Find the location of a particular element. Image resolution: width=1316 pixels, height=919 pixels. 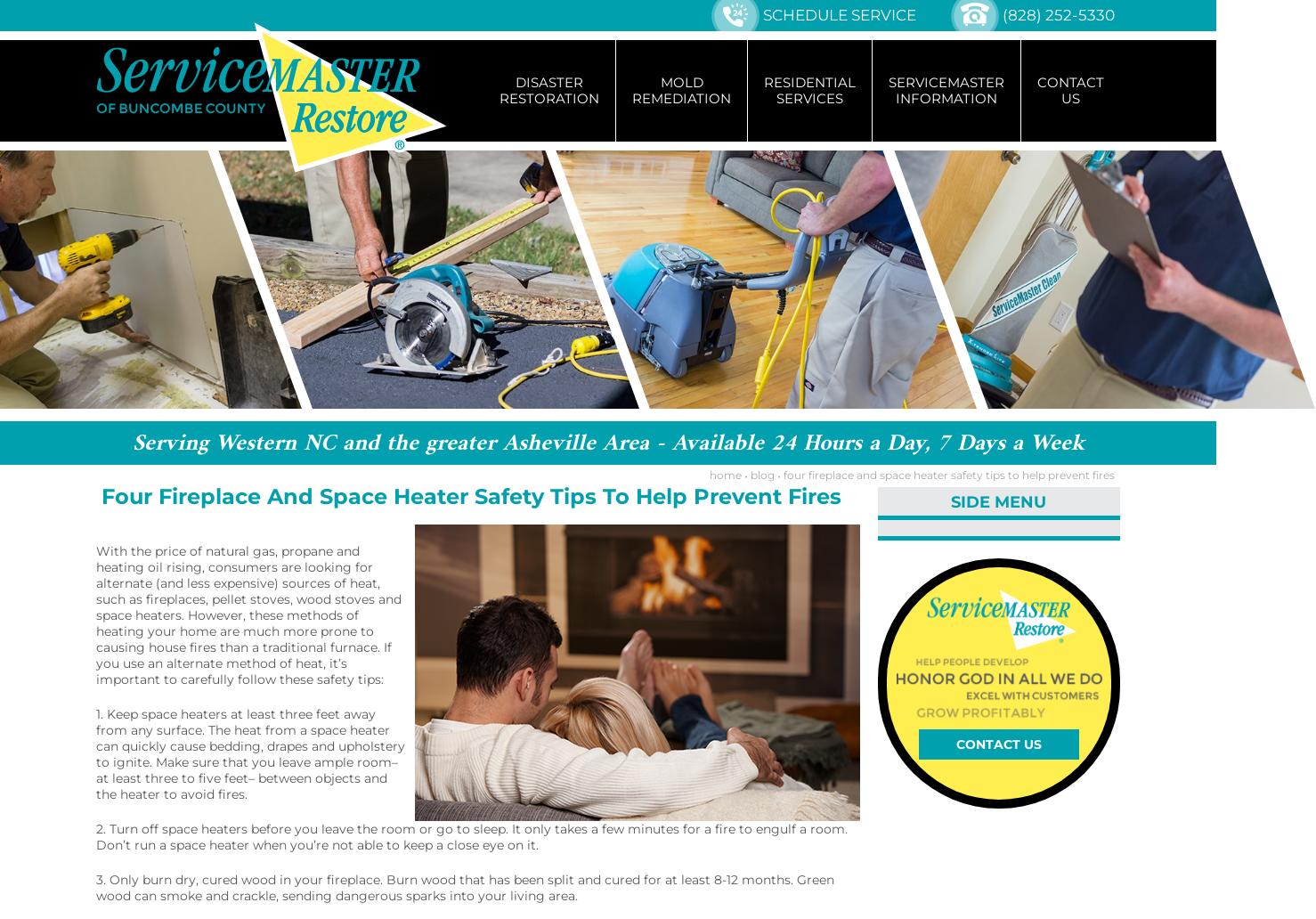

'Contact us' is located at coordinates (997, 743).